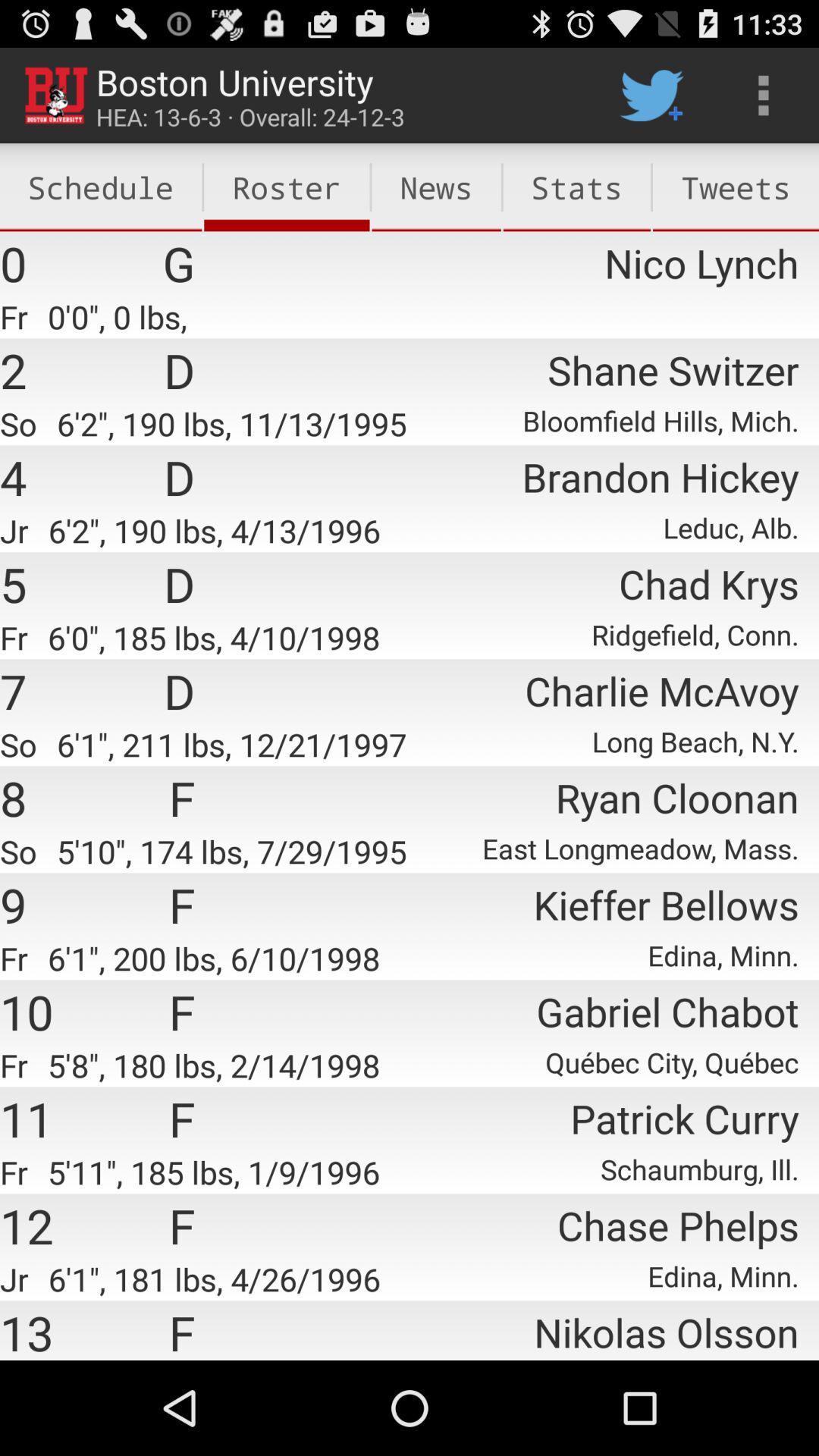 The image size is (819, 1456). Describe the element at coordinates (287, 187) in the screenshot. I see `the app below hea 13 6 icon` at that location.